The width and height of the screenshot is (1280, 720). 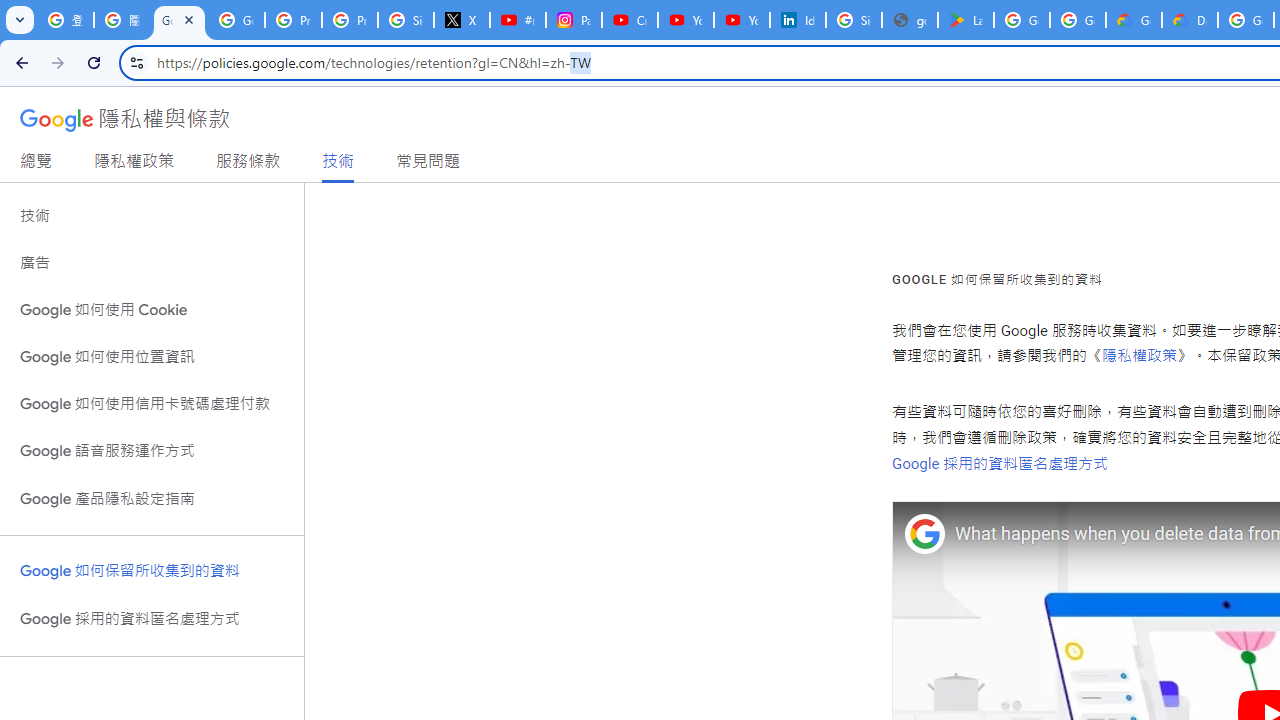 What do you see at coordinates (350, 20) in the screenshot?
I see `'Privacy Help Center - Policies Help'` at bounding box center [350, 20].